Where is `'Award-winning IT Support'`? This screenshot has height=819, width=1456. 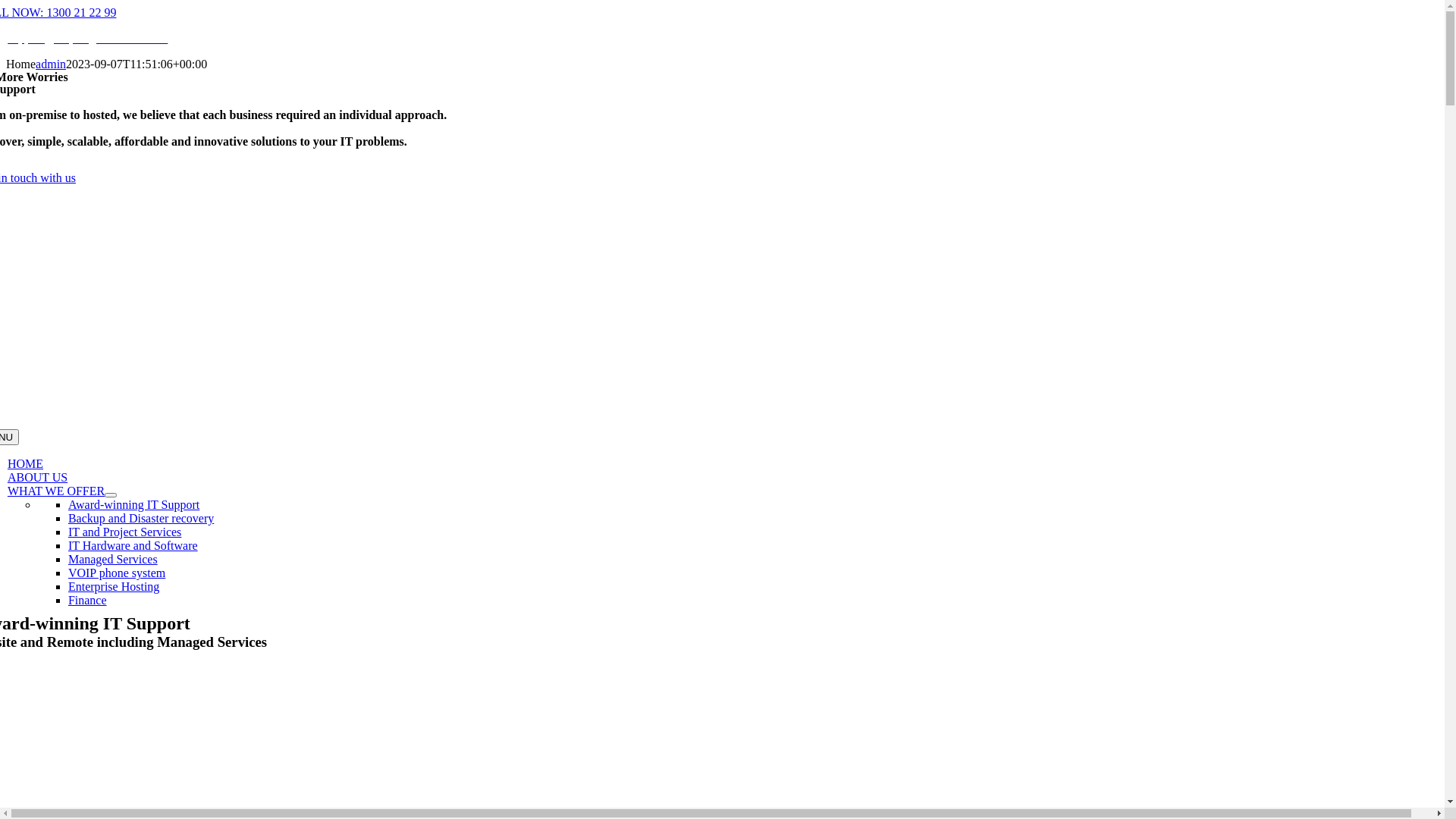
'Award-winning IT Support' is located at coordinates (67, 504).